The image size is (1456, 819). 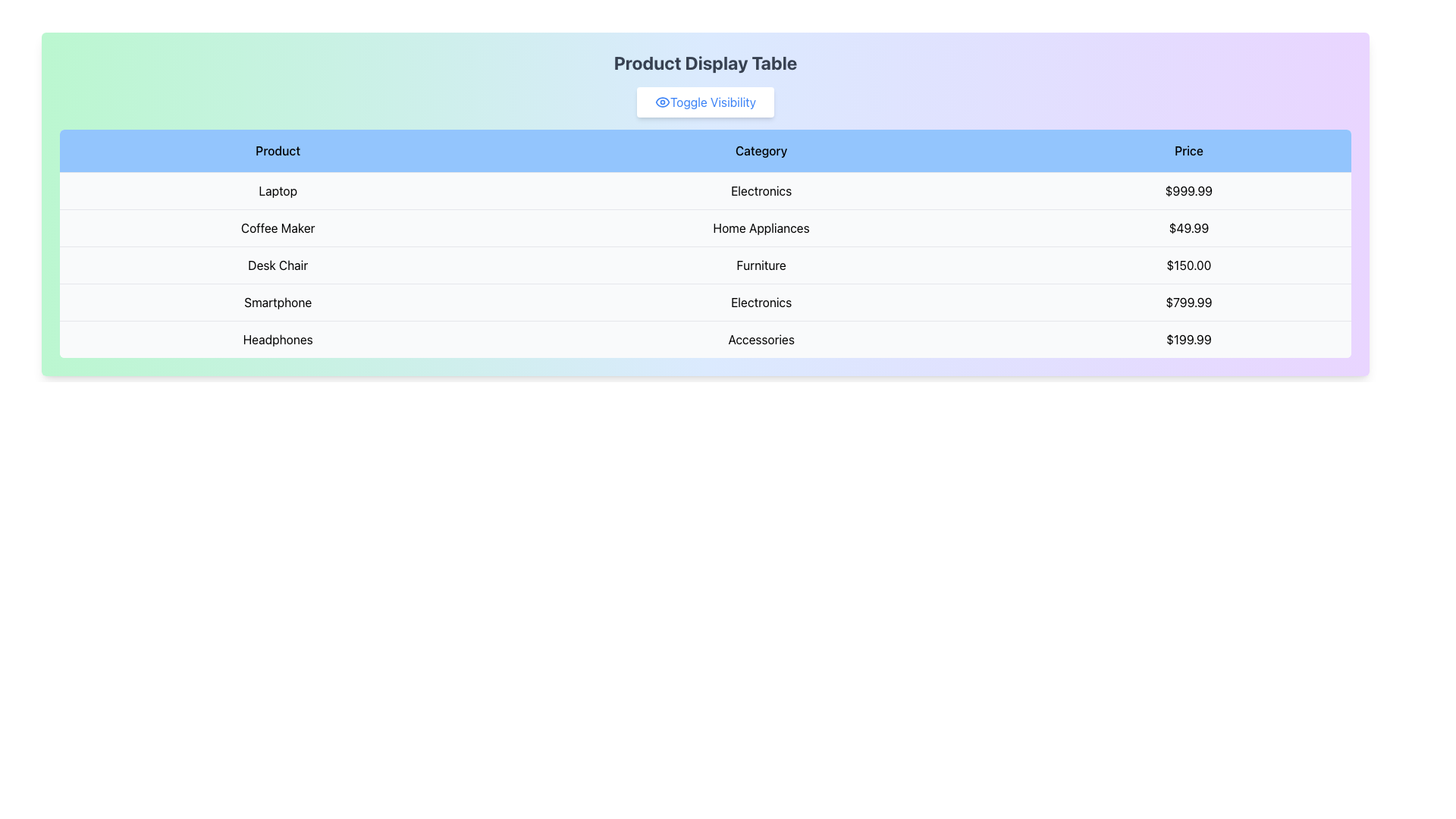 What do you see at coordinates (1188, 302) in the screenshot?
I see `the Text label displaying the price '$799.99' which is bold, large, and aligned to the right in the fourth row of the table` at bounding box center [1188, 302].